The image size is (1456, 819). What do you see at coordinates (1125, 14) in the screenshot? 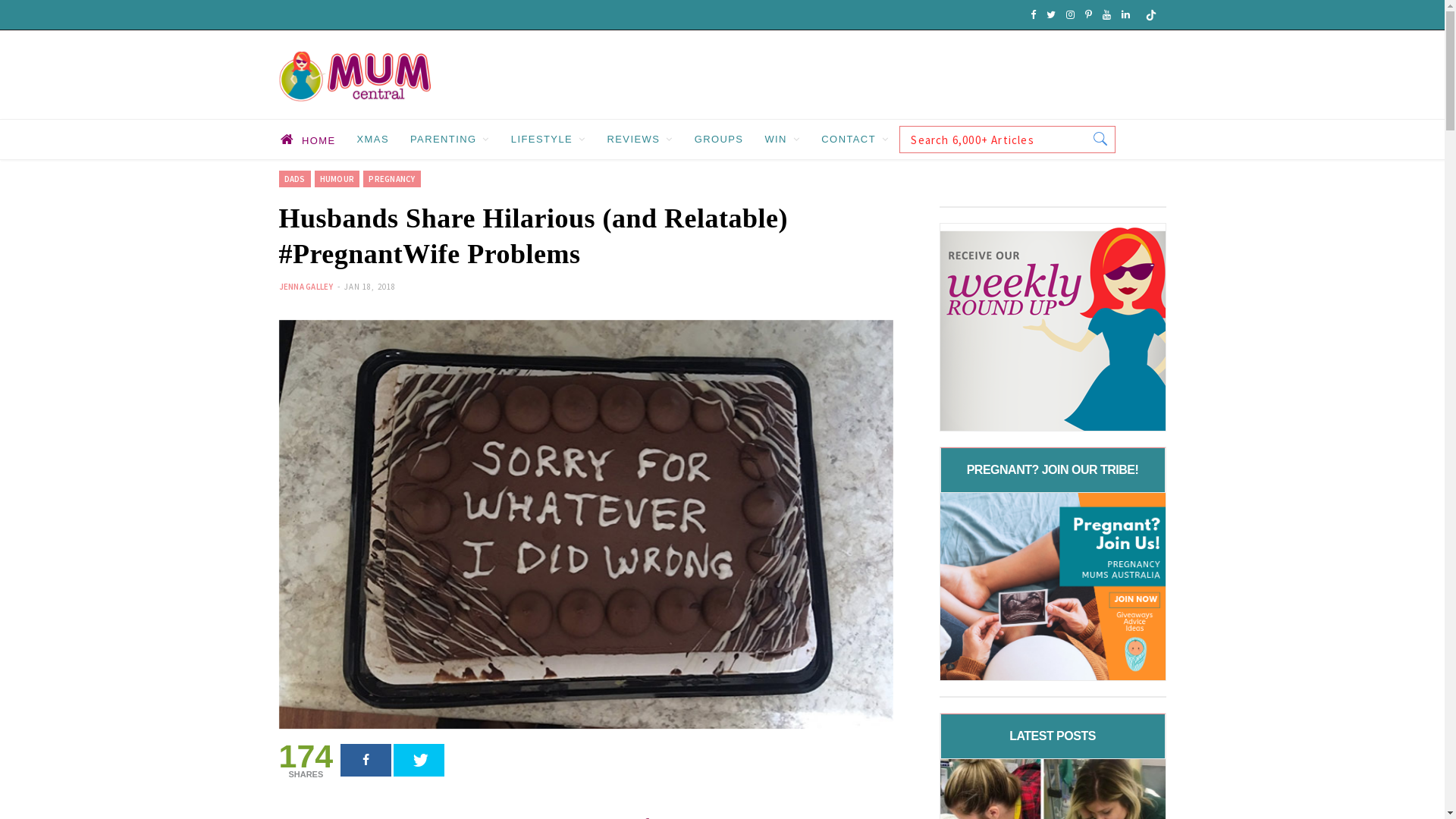
I see `'LinkedIn'` at bounding box center [1125, 14].